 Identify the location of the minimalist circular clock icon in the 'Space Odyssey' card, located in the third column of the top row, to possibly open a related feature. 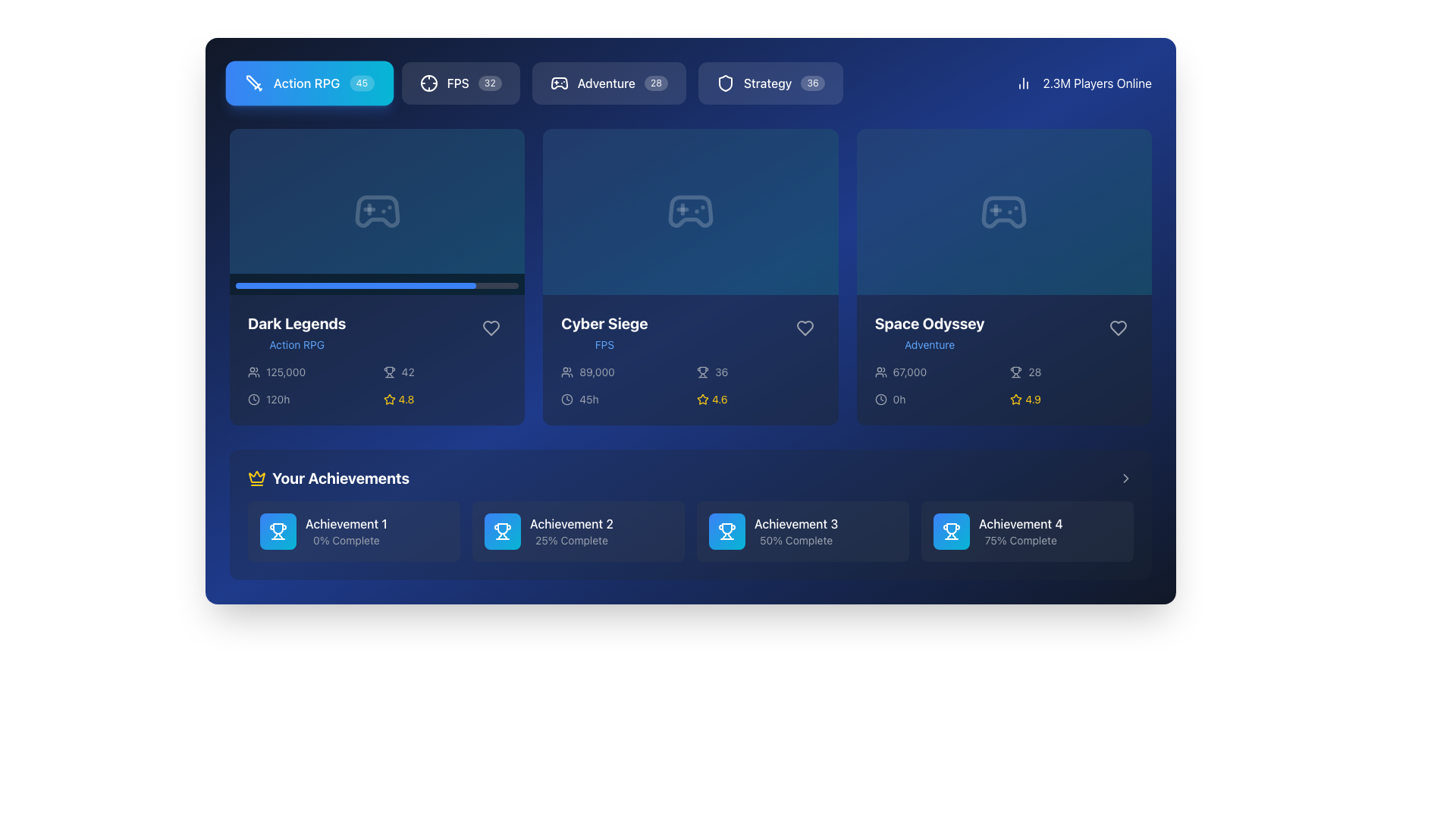
(880, 399).